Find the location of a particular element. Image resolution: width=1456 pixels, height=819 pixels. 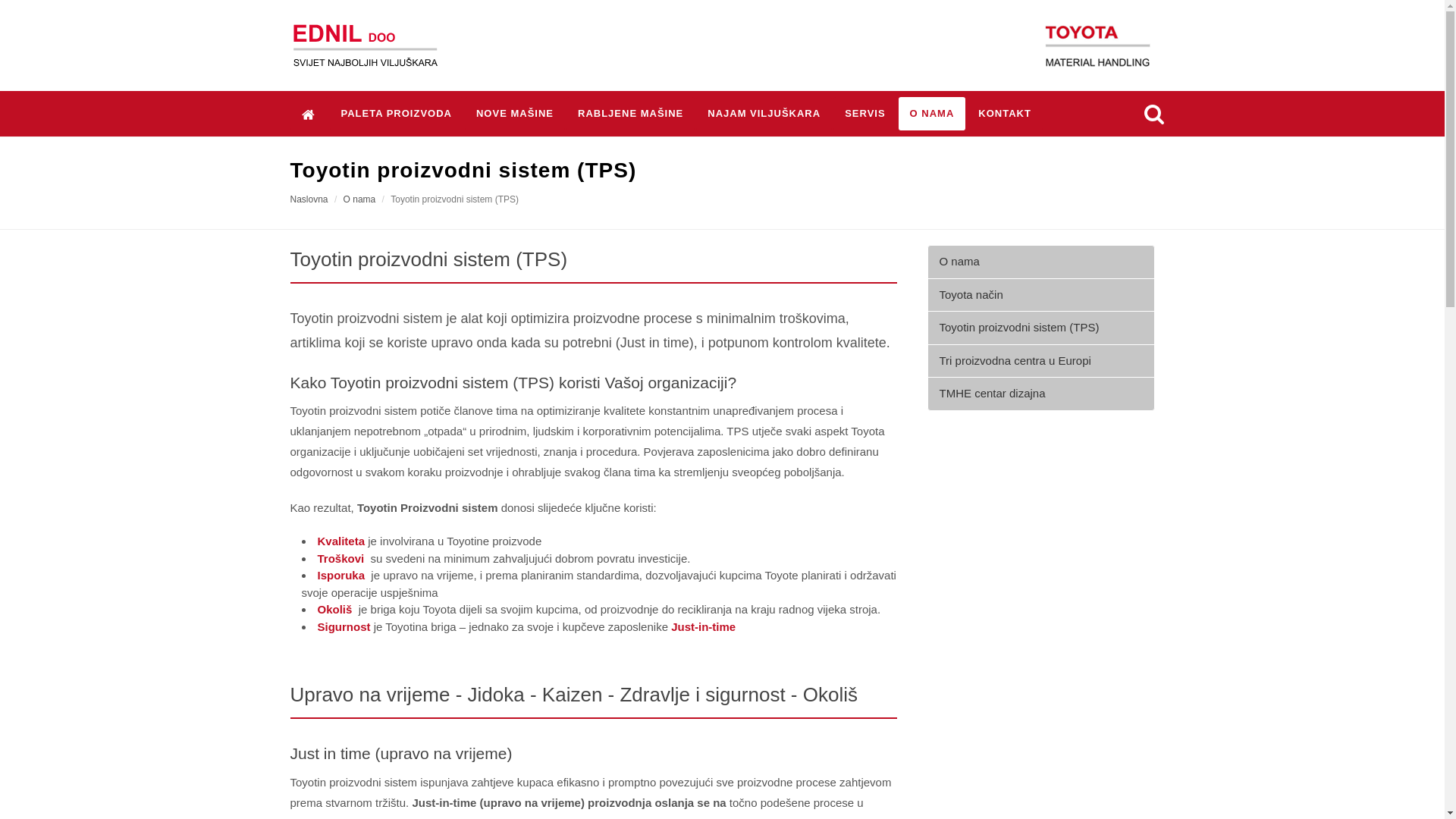

'TMHE centar dizajna' is located at coordinates (1040, 393).